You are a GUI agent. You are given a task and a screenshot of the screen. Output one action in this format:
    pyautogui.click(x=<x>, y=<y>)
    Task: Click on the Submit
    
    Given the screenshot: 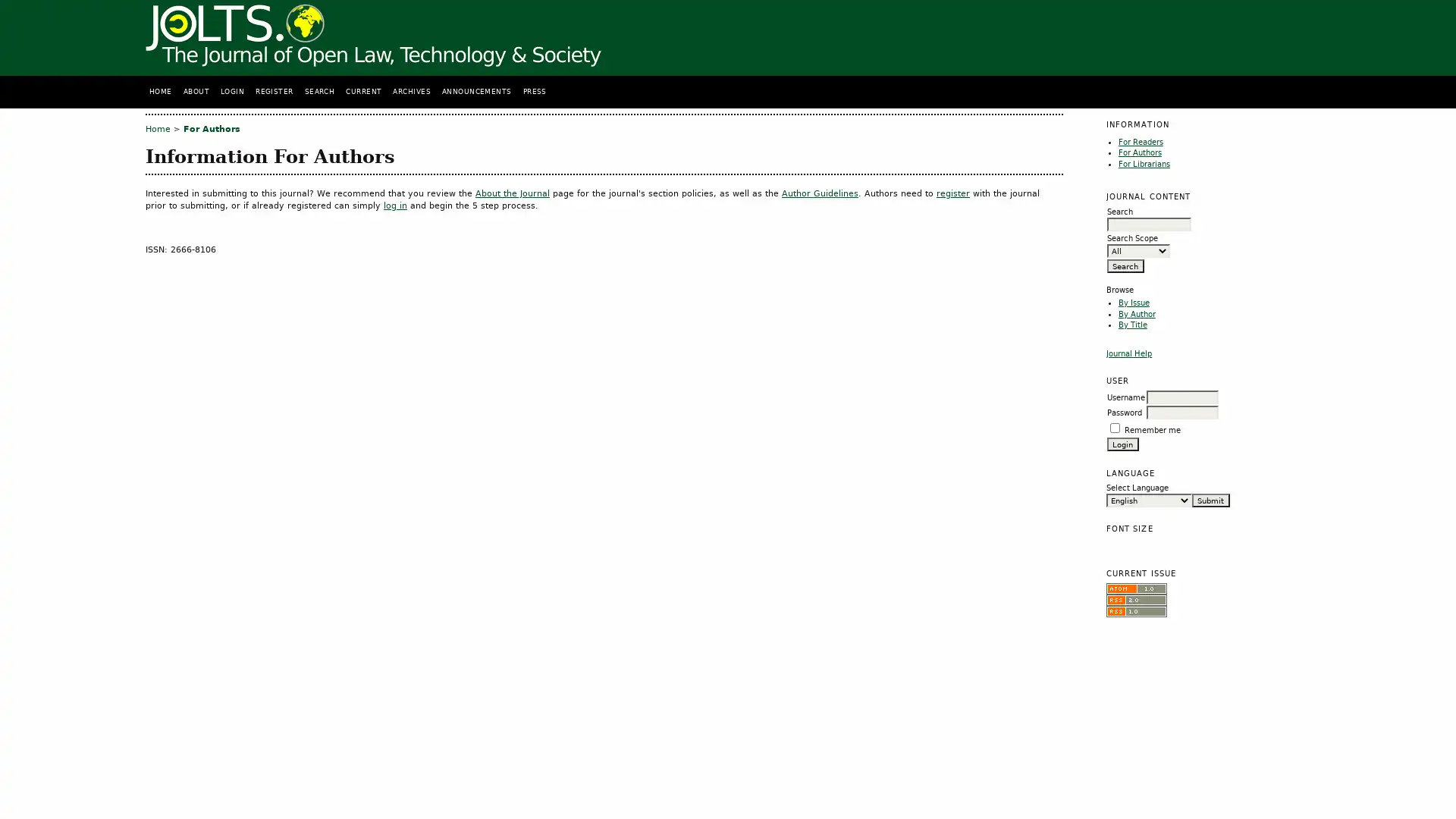 What is the action you would take?
    pyautogui.click(x=1210, y=500)
    